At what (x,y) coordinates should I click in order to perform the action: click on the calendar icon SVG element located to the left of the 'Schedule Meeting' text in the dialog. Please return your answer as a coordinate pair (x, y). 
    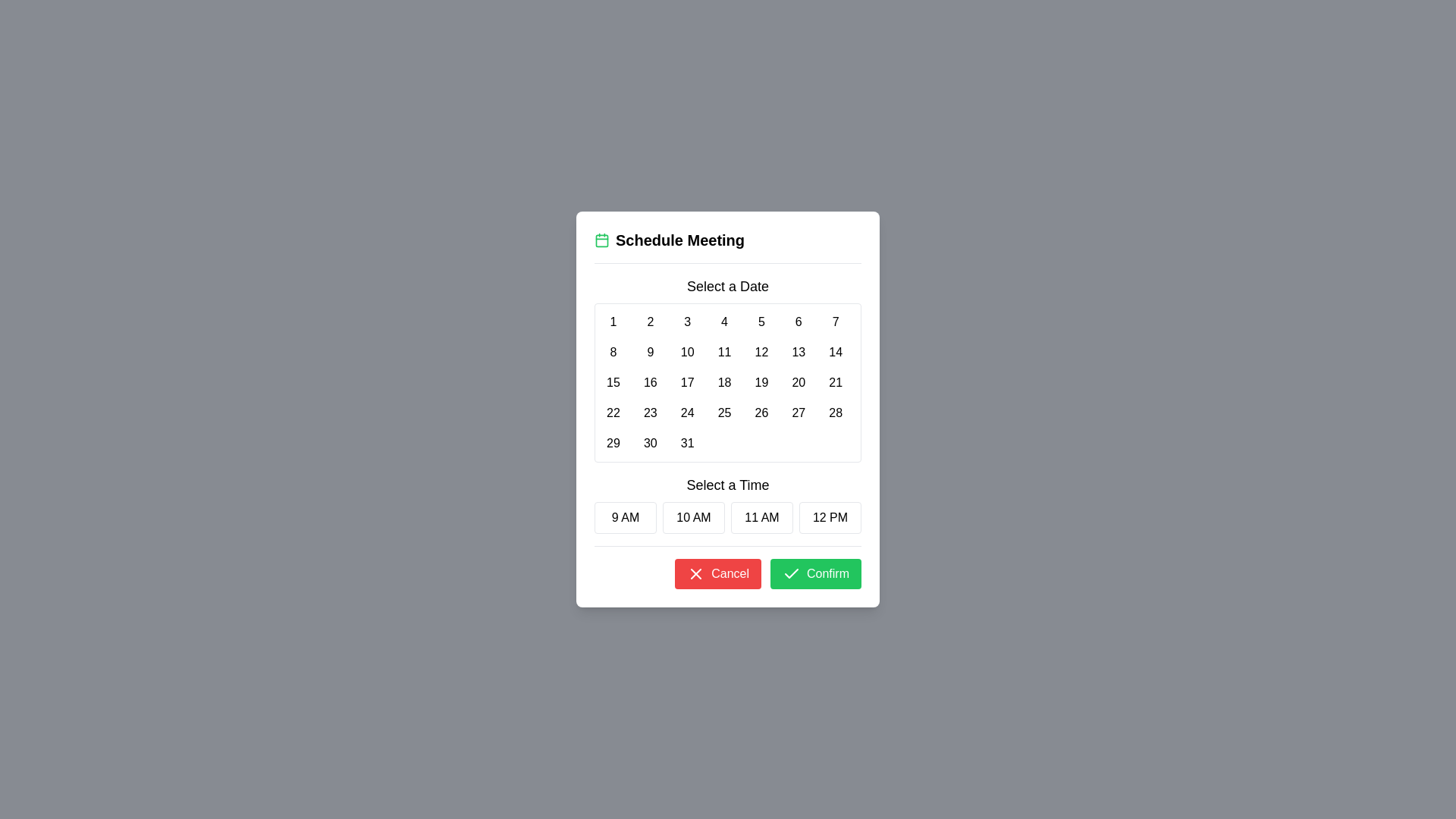
    Looking at the image, I should click on (601, 239).